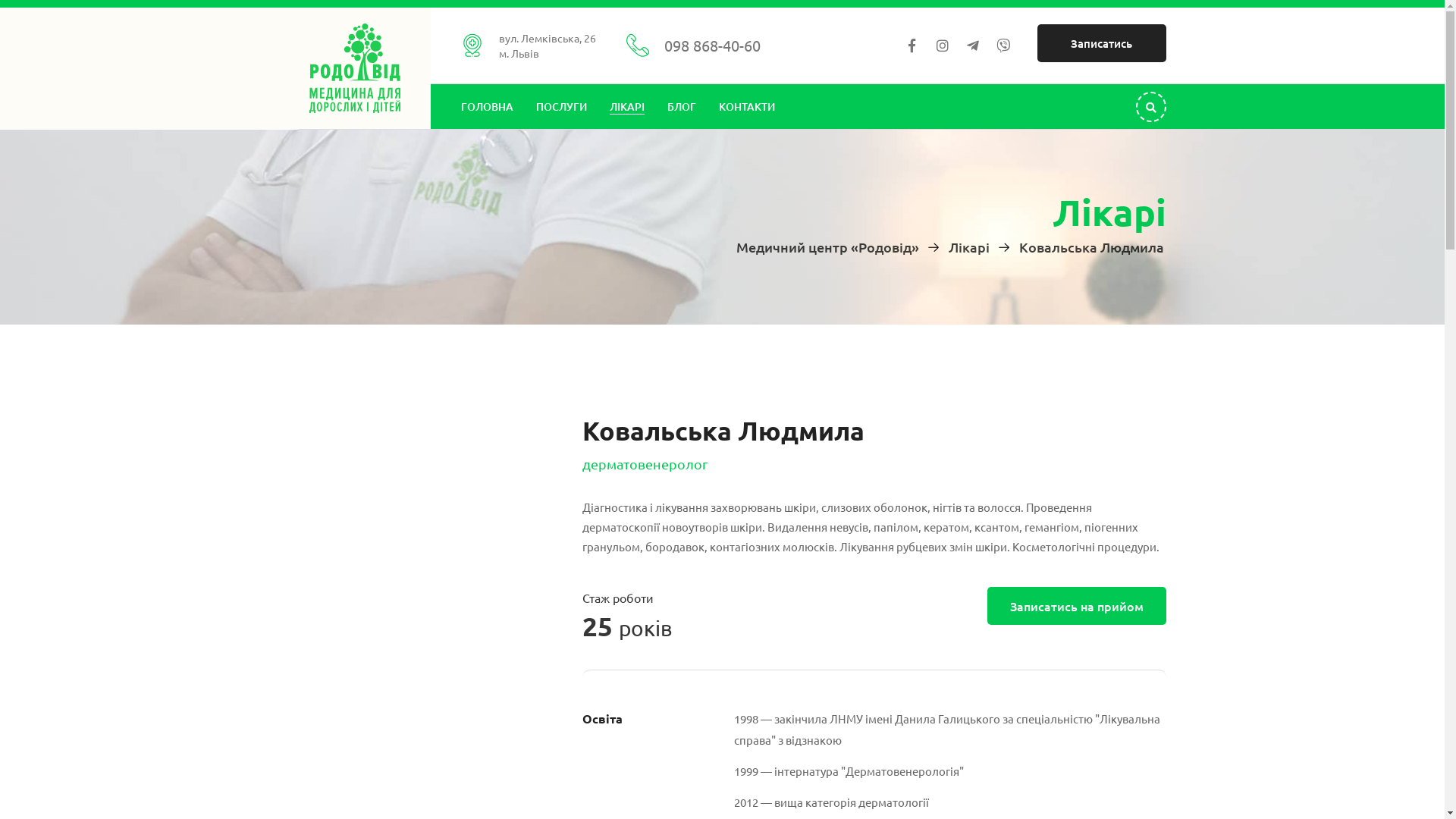 The width and height of the screenshot is (1456, 819). I want to click on '098 868-40-60', so click(711, 45).